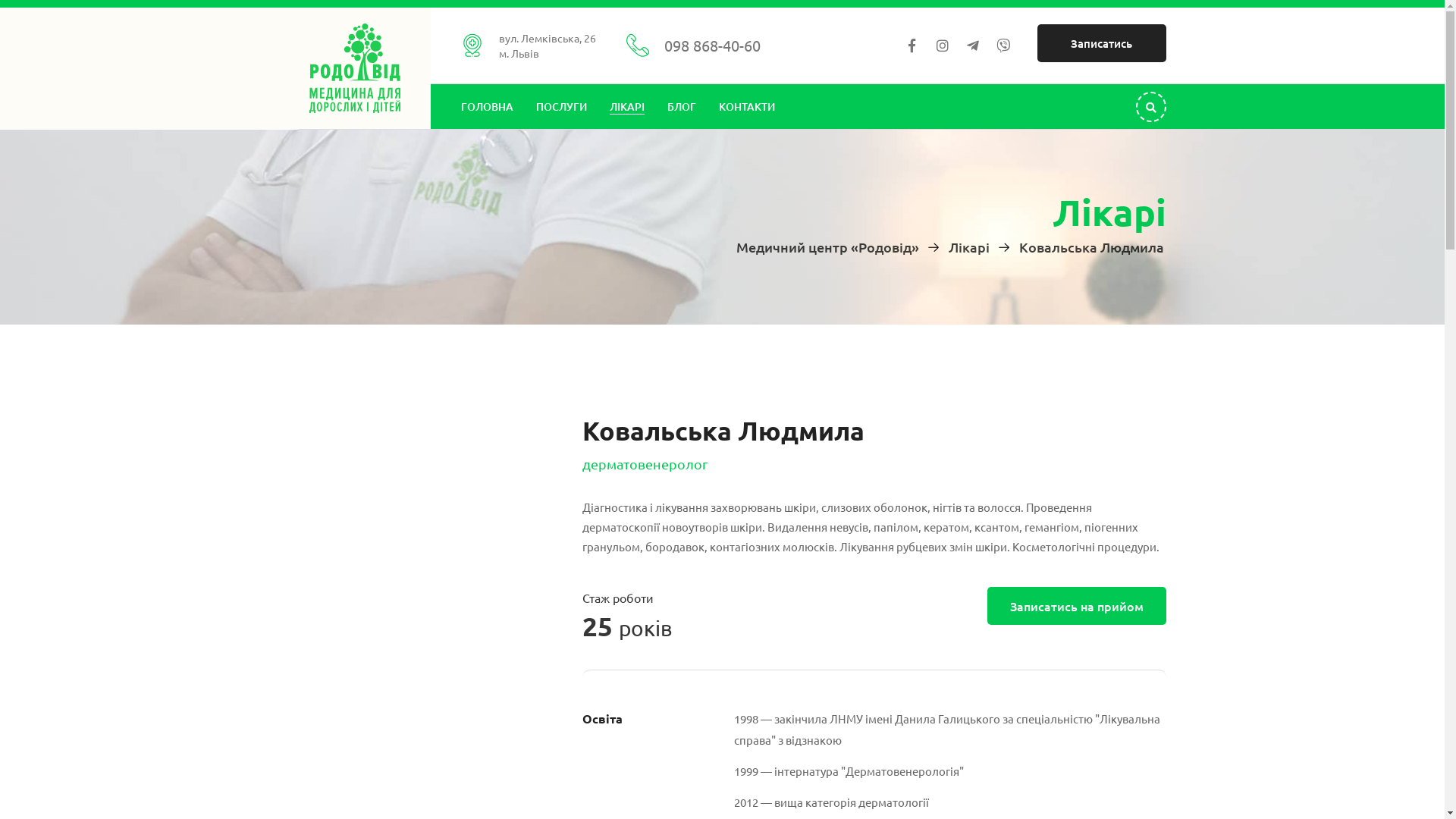 The width and height of the screenshot is (1456, 819). I want to click on '098 868-40-60', so click(711, 45).